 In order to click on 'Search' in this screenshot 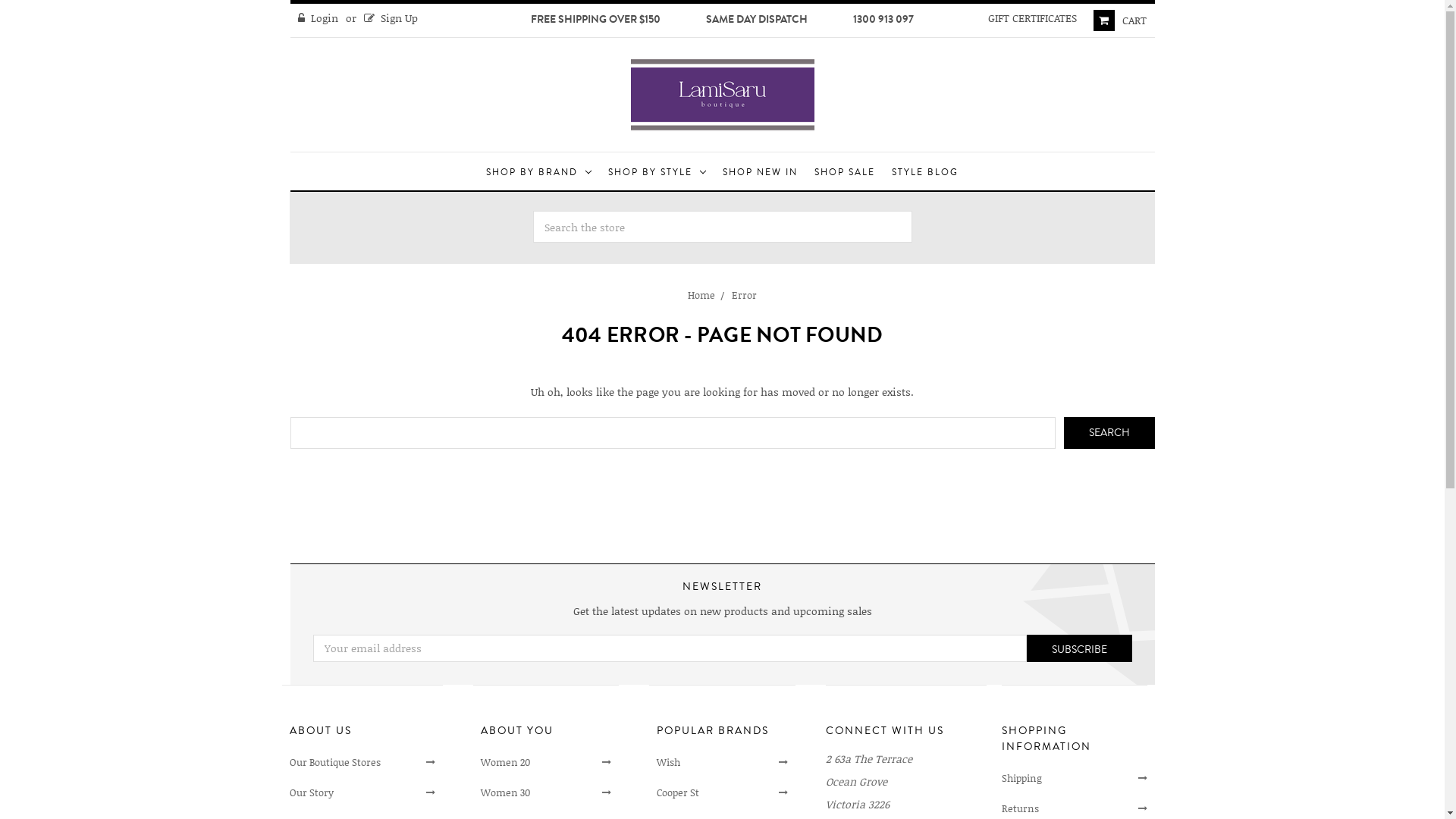, I will do `click(1109, 432)`.